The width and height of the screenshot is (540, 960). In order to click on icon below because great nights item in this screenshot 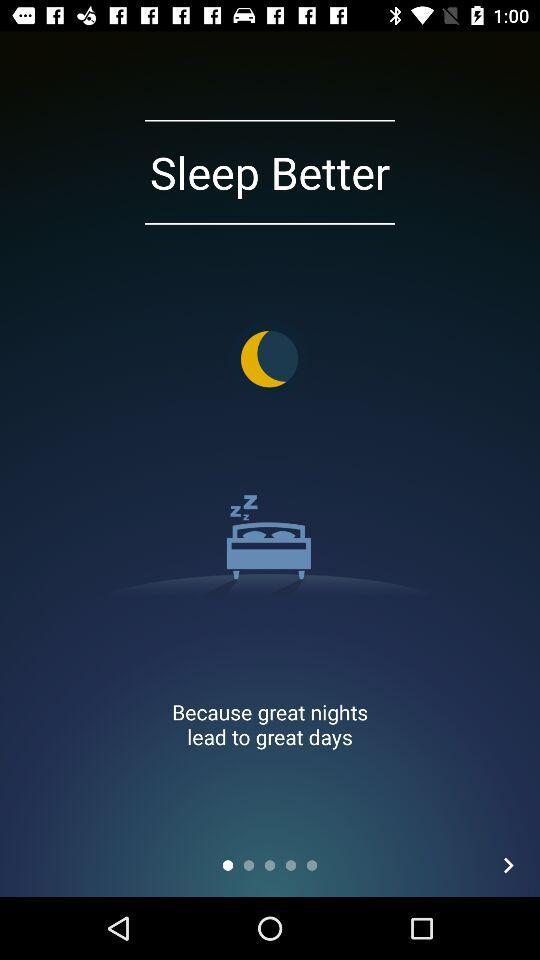, I will do `click(508, 864)`.